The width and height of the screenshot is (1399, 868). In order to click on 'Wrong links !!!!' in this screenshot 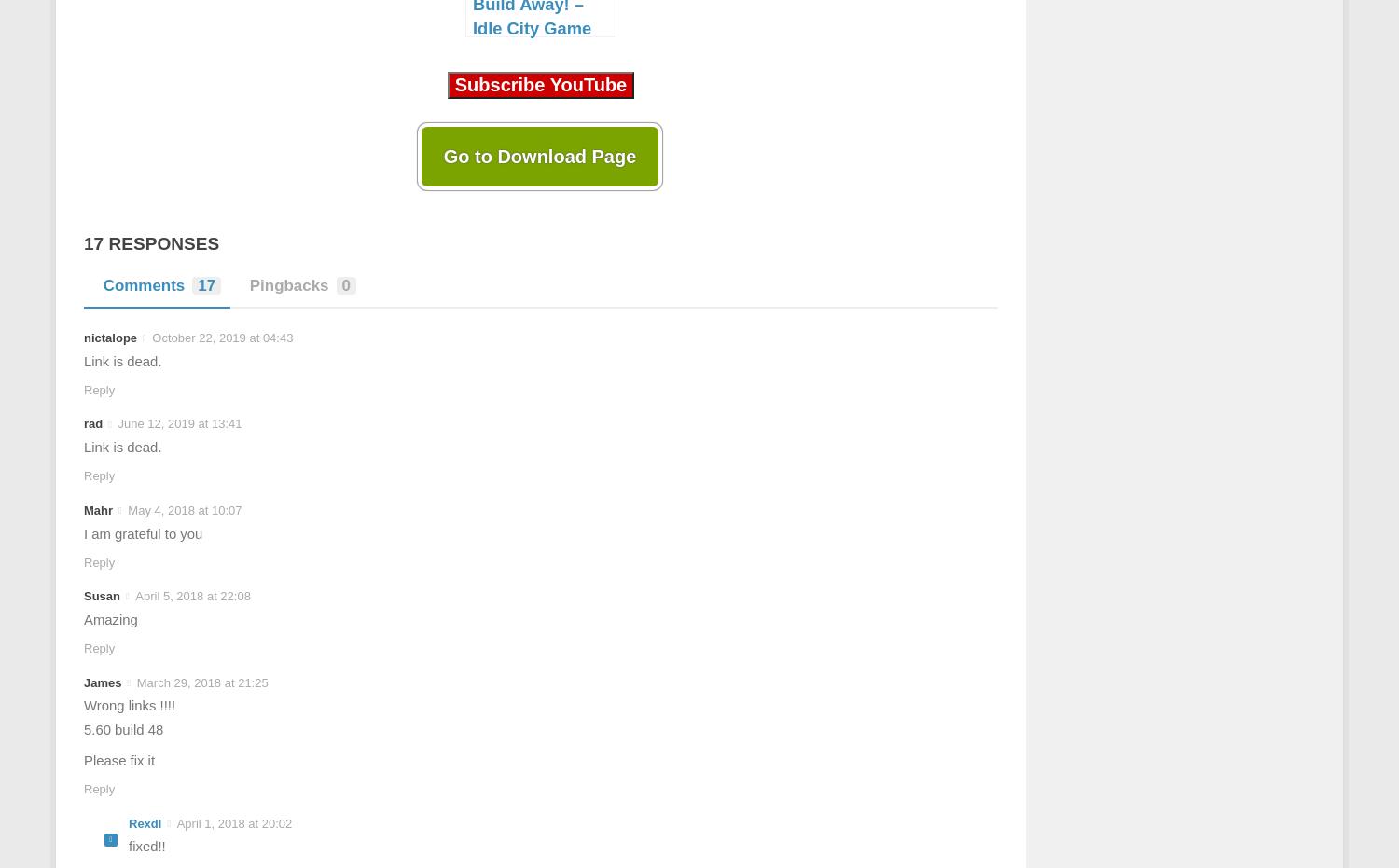, I will do `click(130, 705)`.